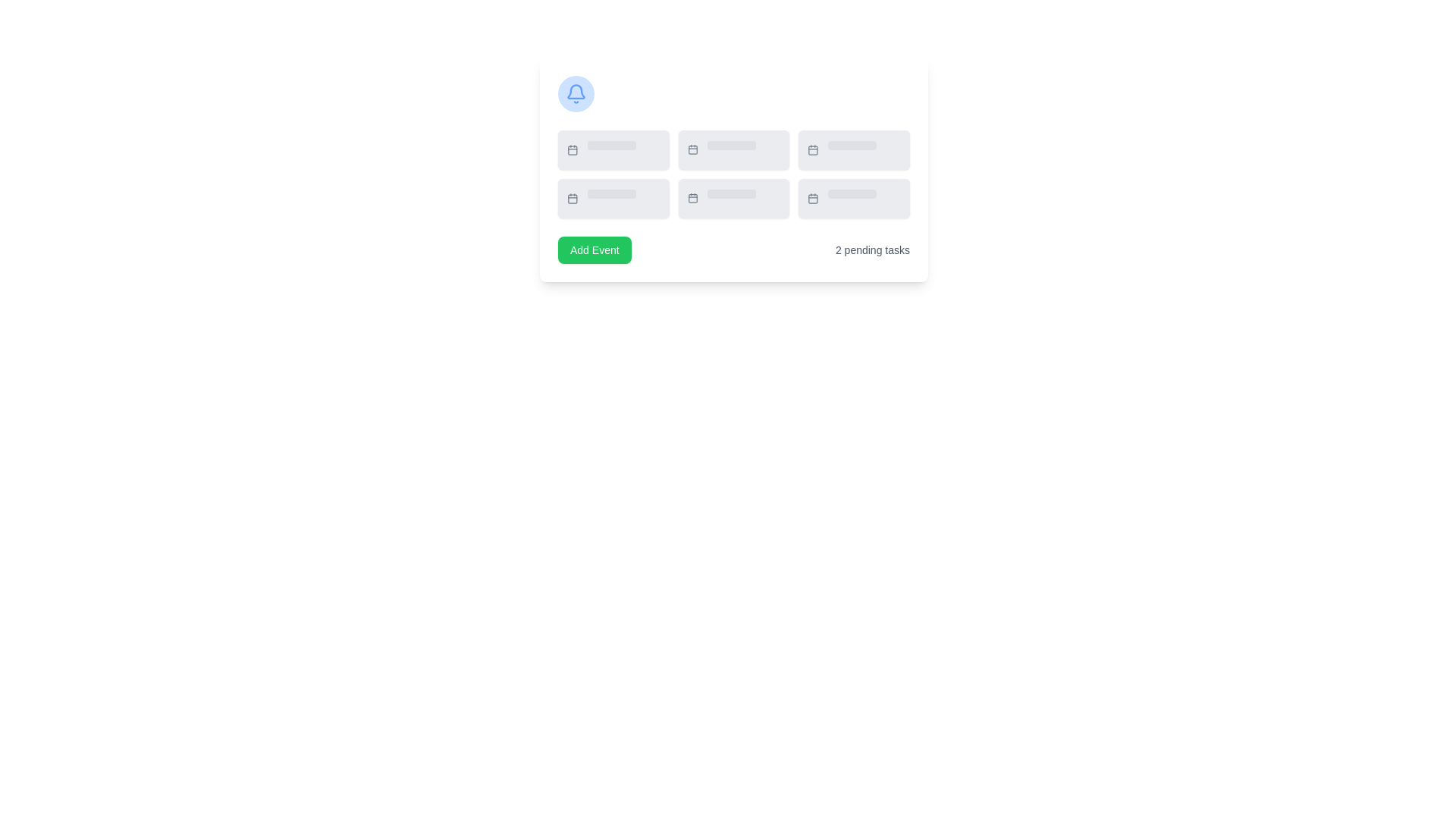  What do you see at coordinates (611, 193) in the screenshot?
I see `the Static placeholder element, which serves as a visual indicator for loading or unavailable content, located at the bottom row of the grid in the leftmost column` at bounding box center [611, 193].